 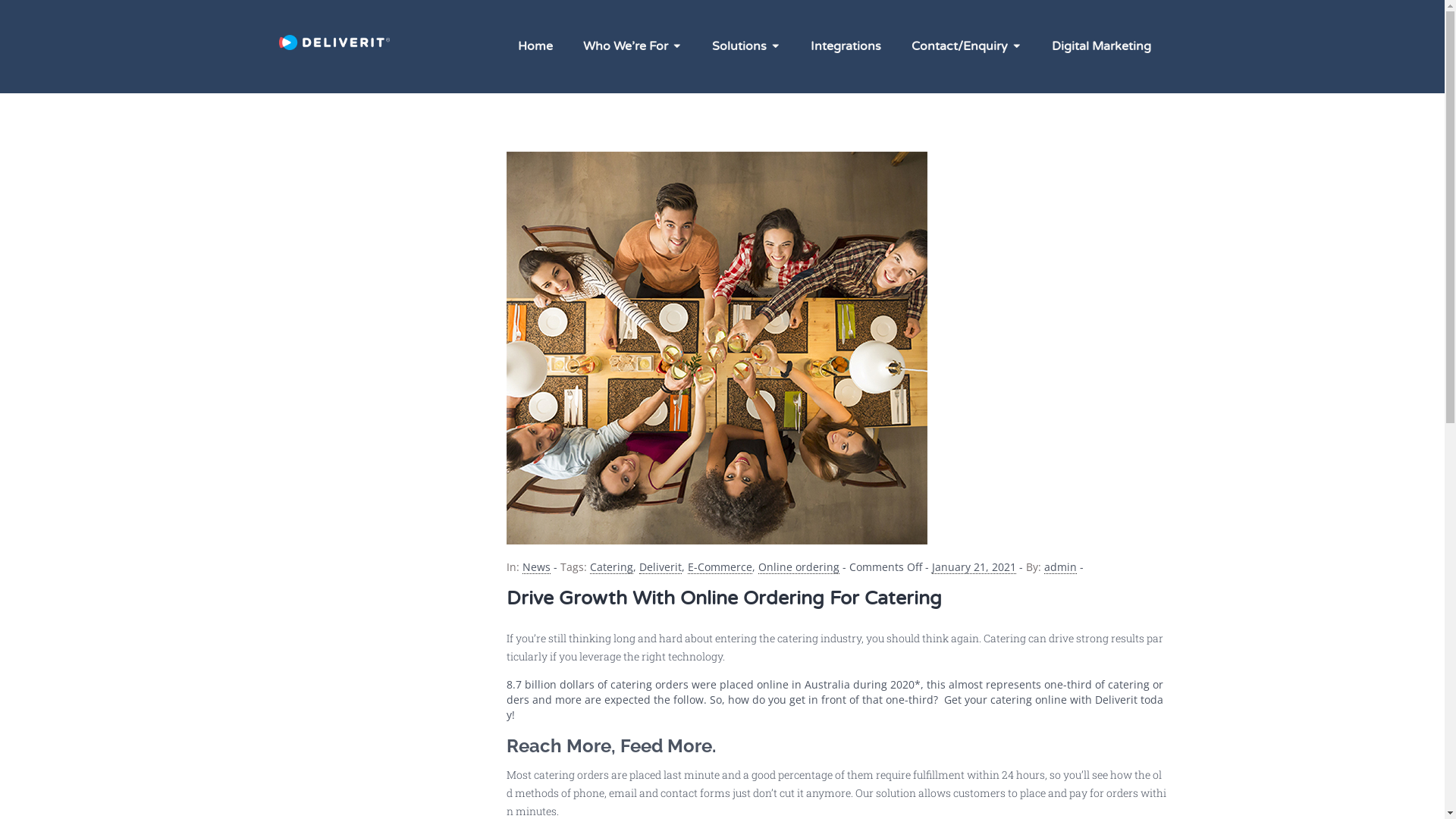 What do you see at coordinates (798, 567) in the screenshot?
I see `'Online ordering'` at bounding box center [798, 567].